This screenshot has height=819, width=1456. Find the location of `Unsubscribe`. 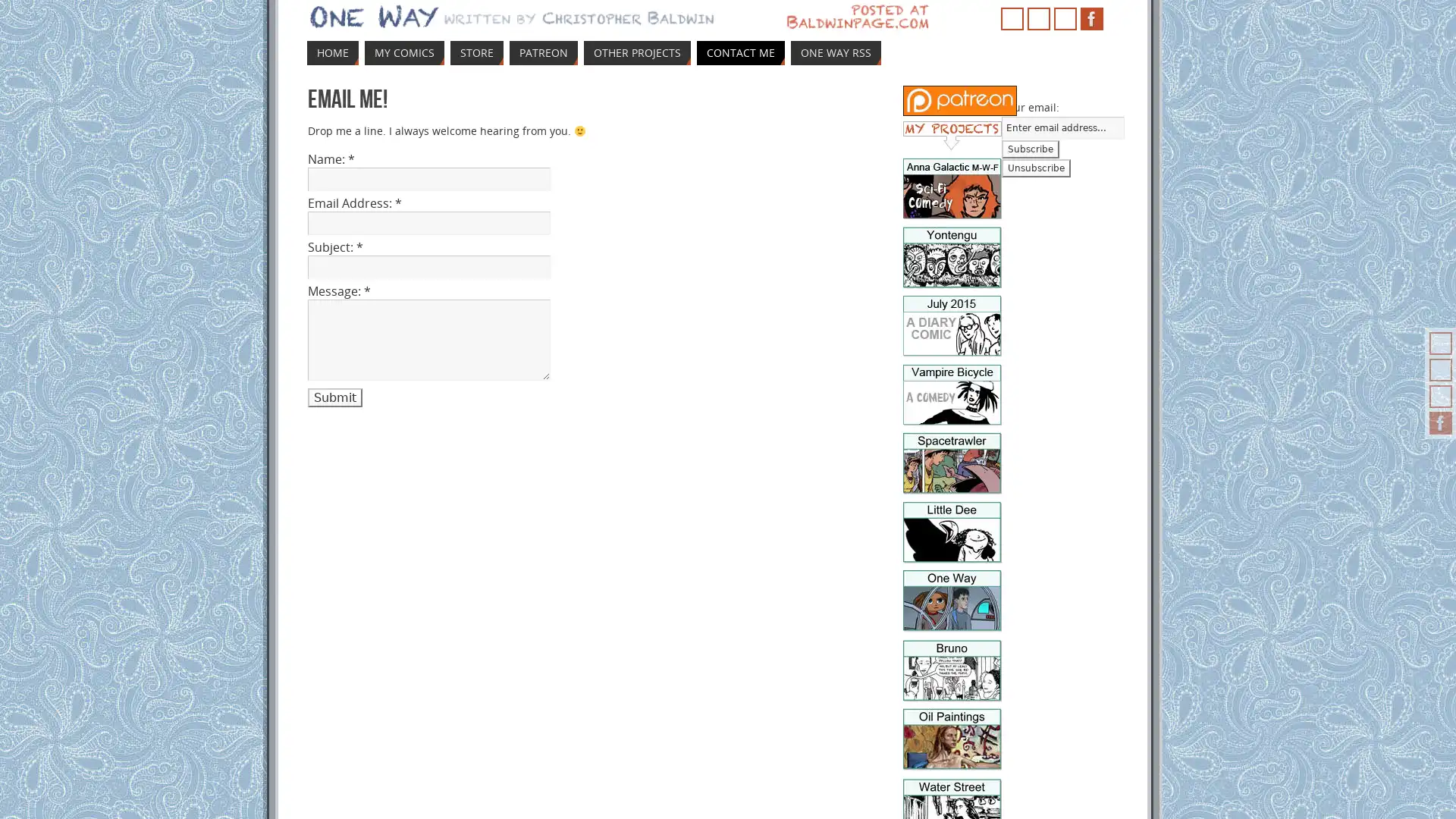

Unsubscribe is located at coordinates (1035, 168).